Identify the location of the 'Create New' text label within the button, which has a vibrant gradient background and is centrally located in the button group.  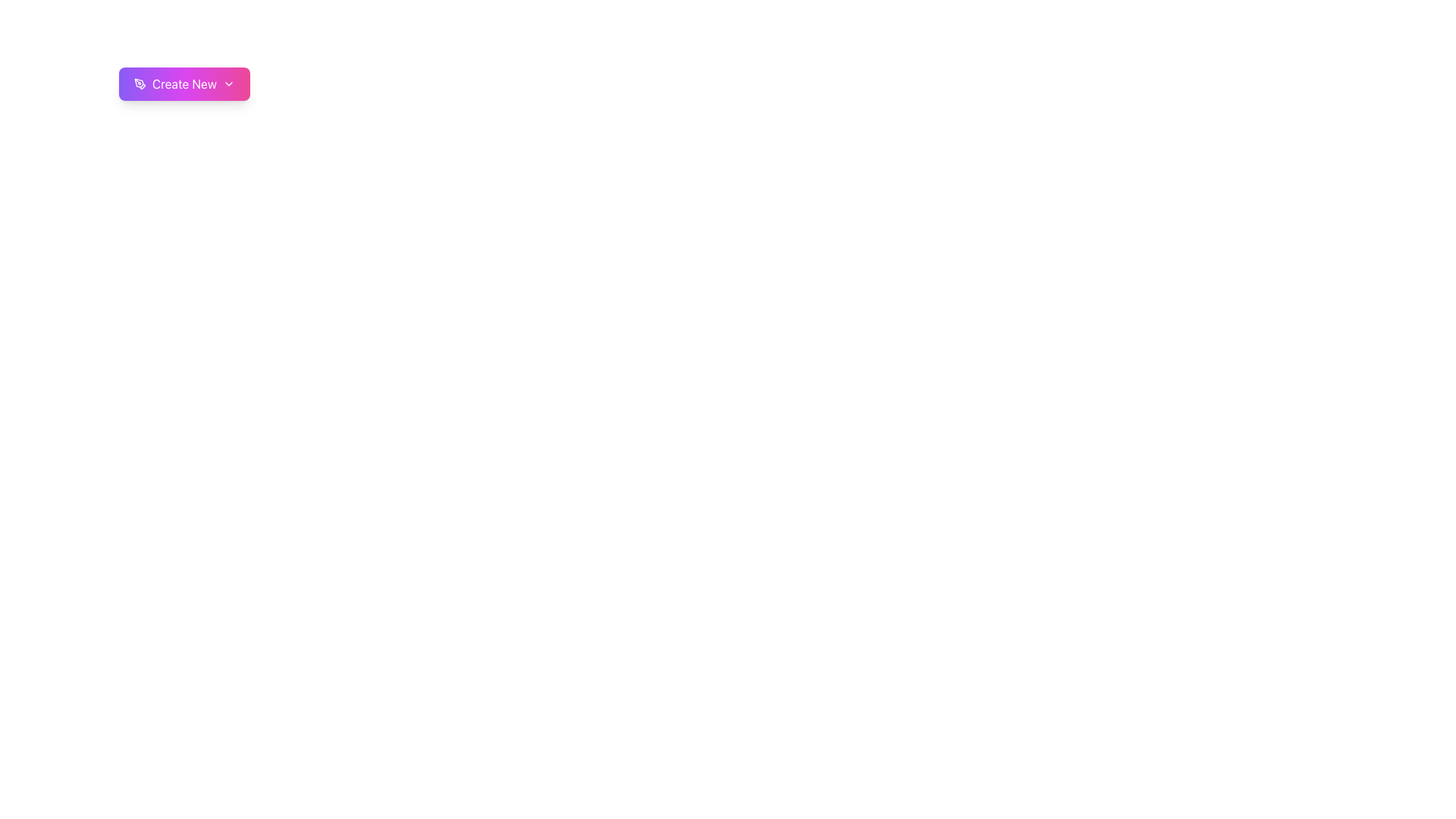
(184, 84).